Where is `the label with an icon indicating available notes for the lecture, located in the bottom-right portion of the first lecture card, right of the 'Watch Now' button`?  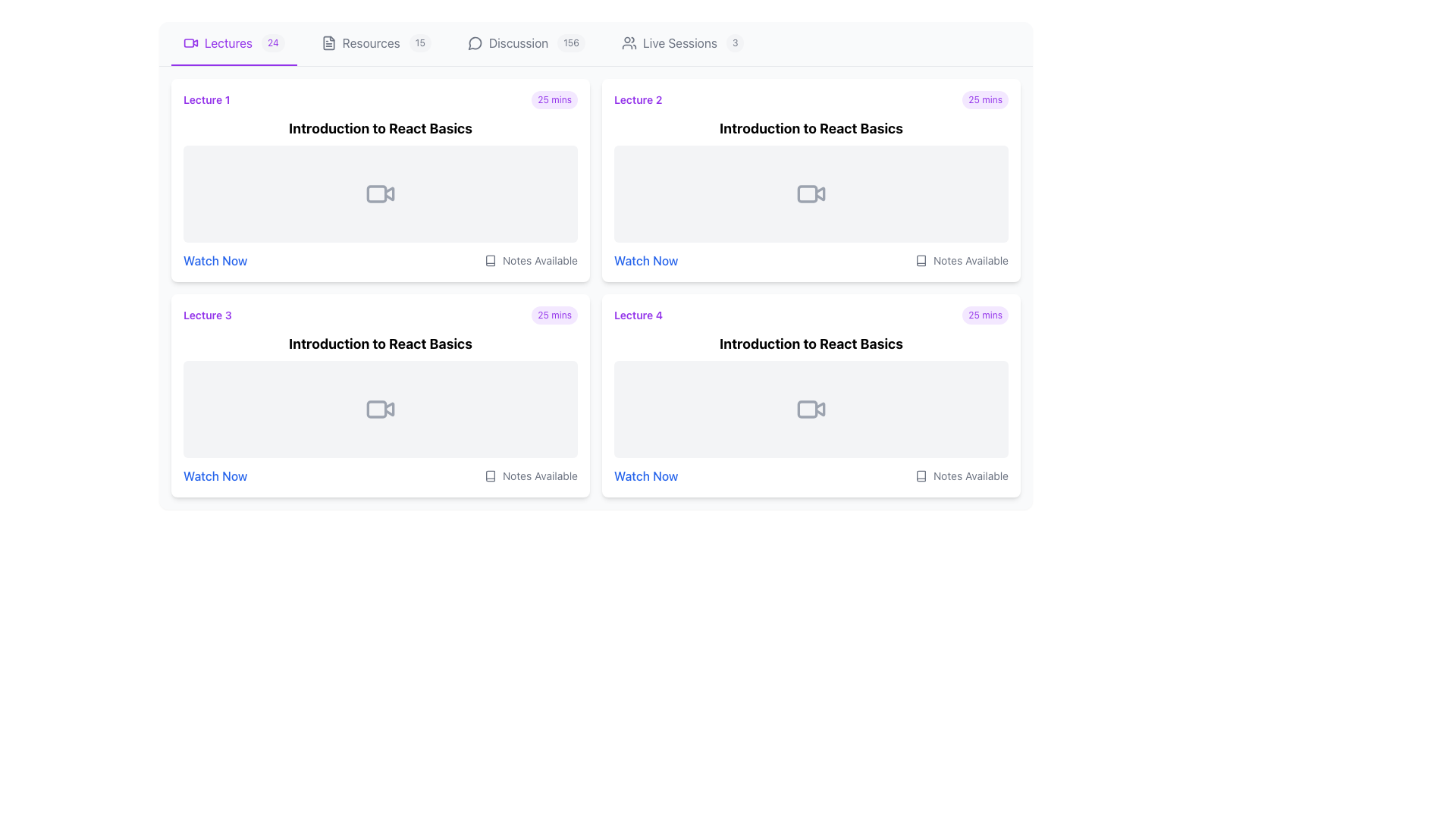
the label with an icon indicating available notes for the lecture, located in the bottom-right portion of the first lecture card, right of the 'Watch Now' button is located at coordinates (531, 259).